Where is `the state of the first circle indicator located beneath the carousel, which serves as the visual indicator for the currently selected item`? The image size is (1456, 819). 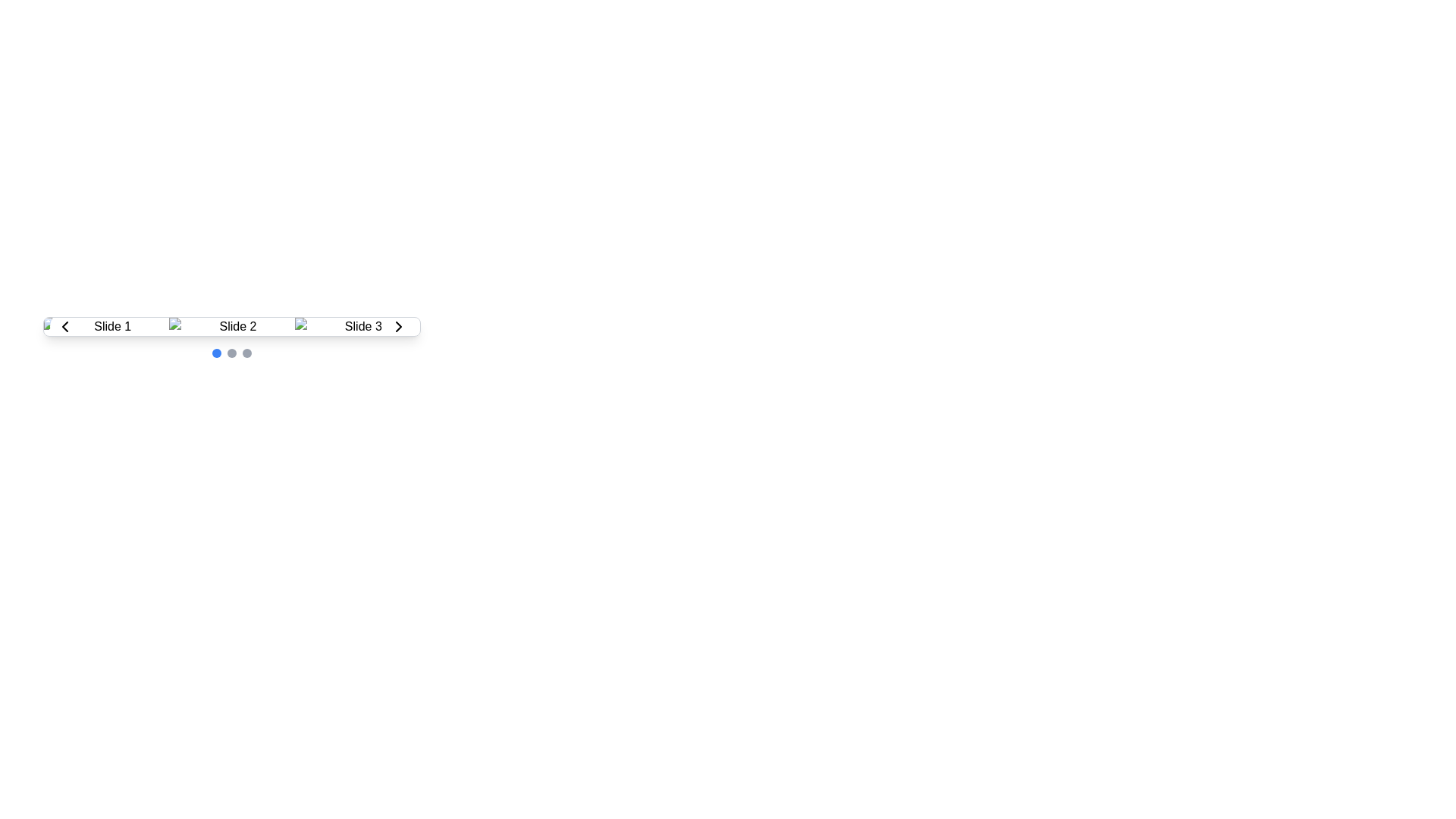 the state of the first circle indicator located beneath the carousel, which serves as the visual indicator for the currently selected item is located at coordinates (216, 353).